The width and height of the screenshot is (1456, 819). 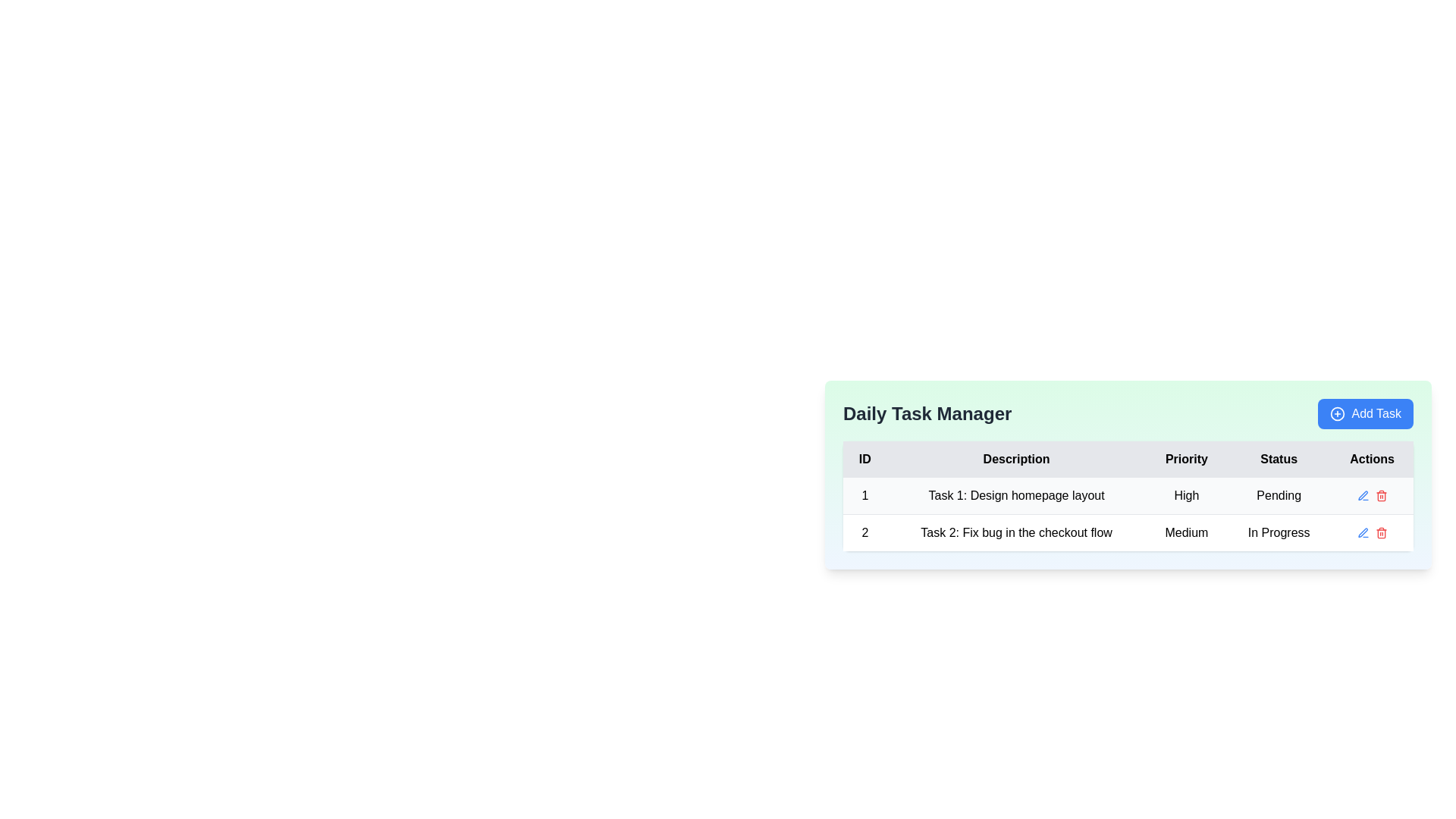 I want to click on the table cell displaying the number '1', which is the first cell in the first row under the 'ID' column, so click(x=864, y=496).